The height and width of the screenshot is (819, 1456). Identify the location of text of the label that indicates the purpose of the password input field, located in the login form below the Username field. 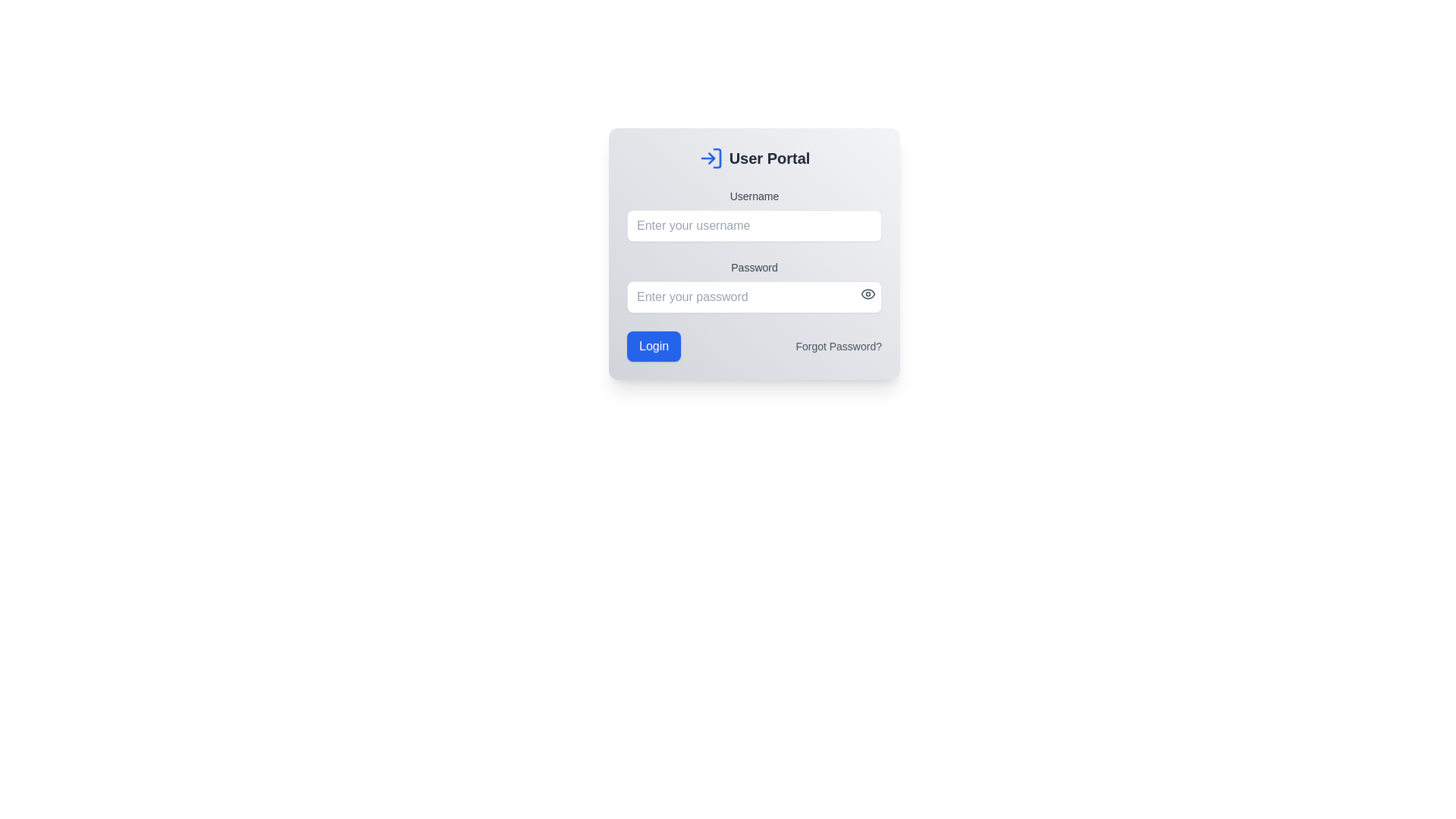
(754, 267).